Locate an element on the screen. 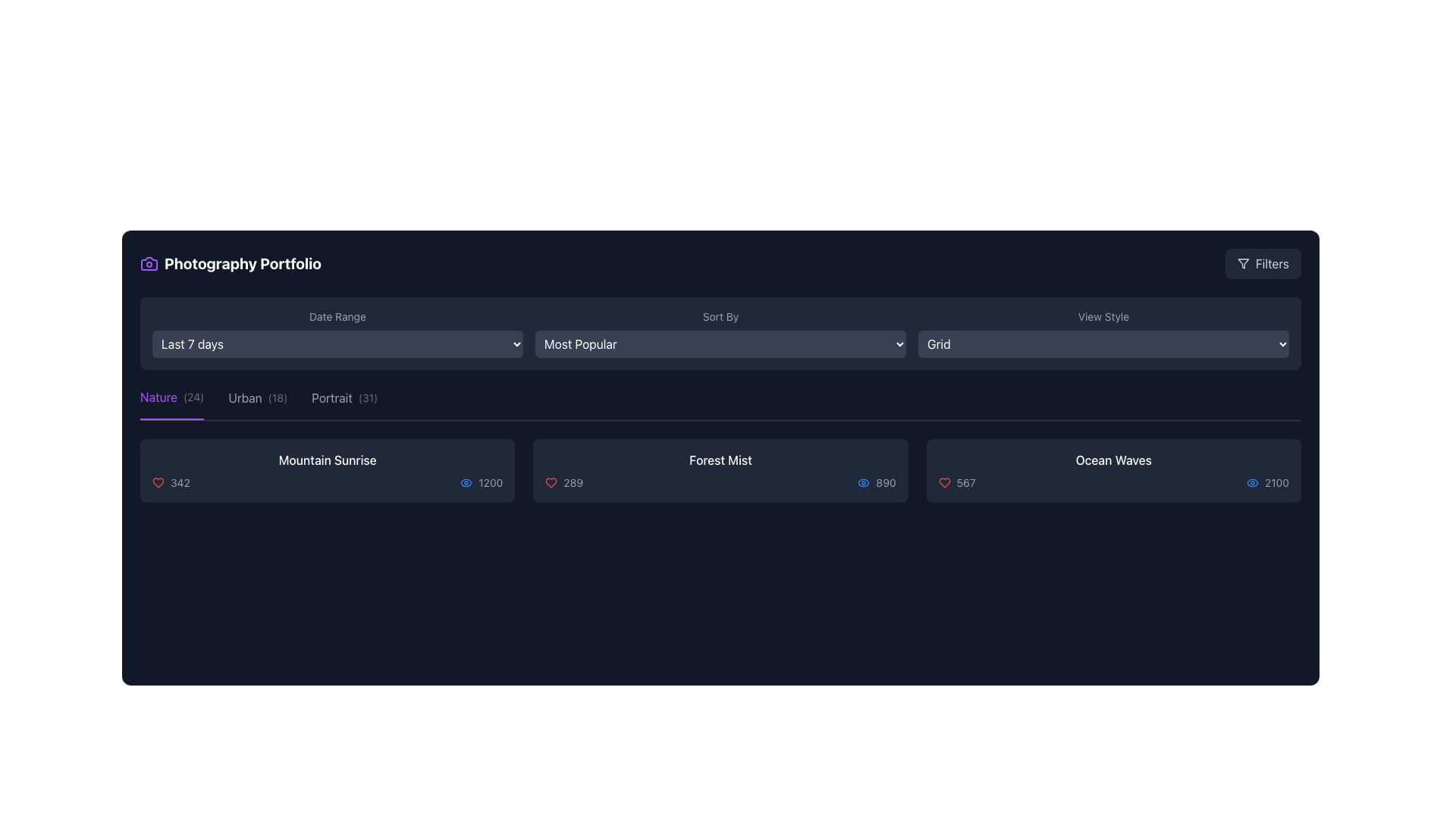 This screenshot has width=1456, height=819. the heart icon representing the 'like' or 'favorite' for the item 'Mountain Sunrise' located in the grid view, positioned to the left of the number '342' is located at coordinates (158, 482).